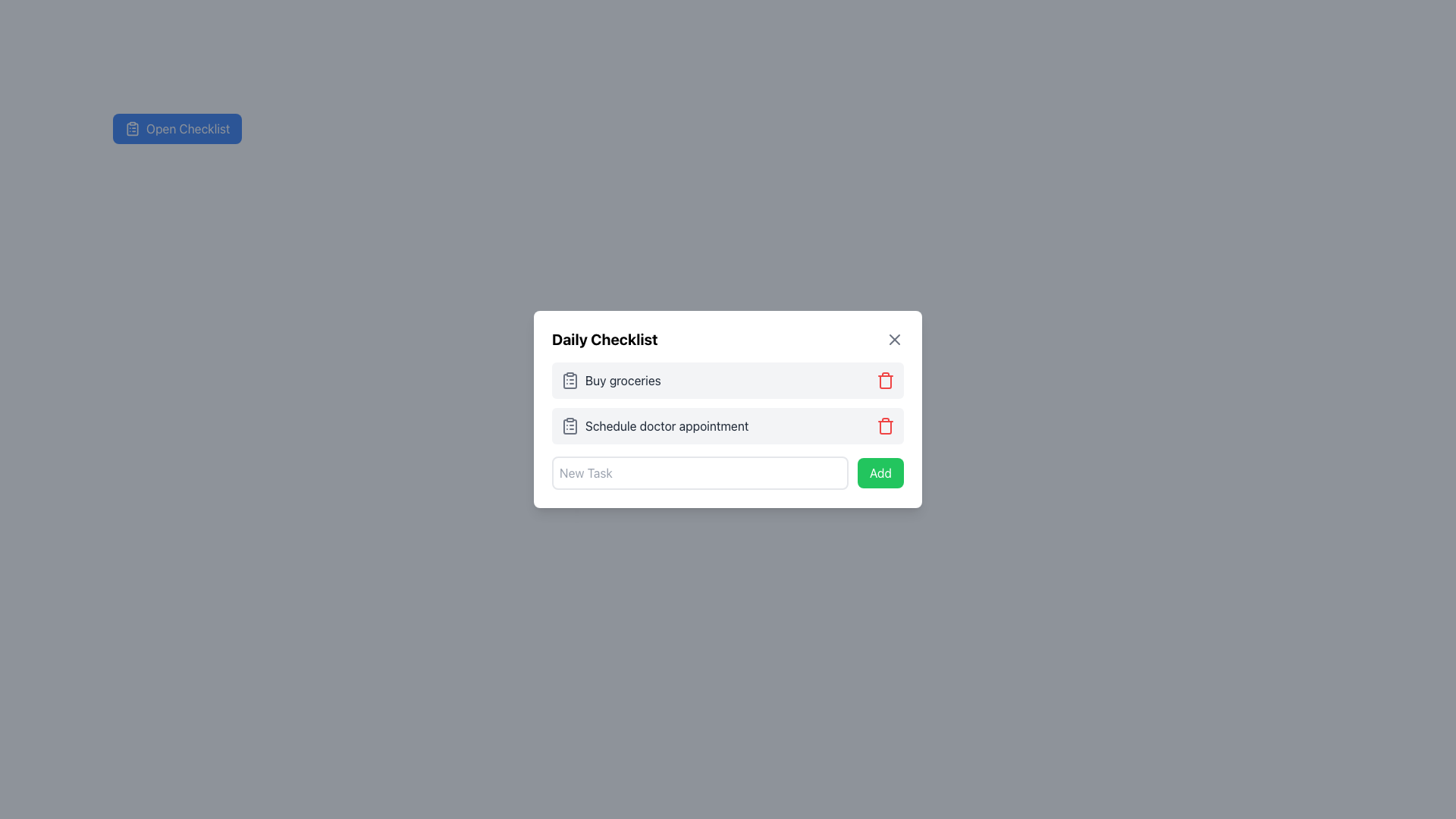  I want to click on the close icon in the top-right corner of the checklist interface, so click(895, 338).